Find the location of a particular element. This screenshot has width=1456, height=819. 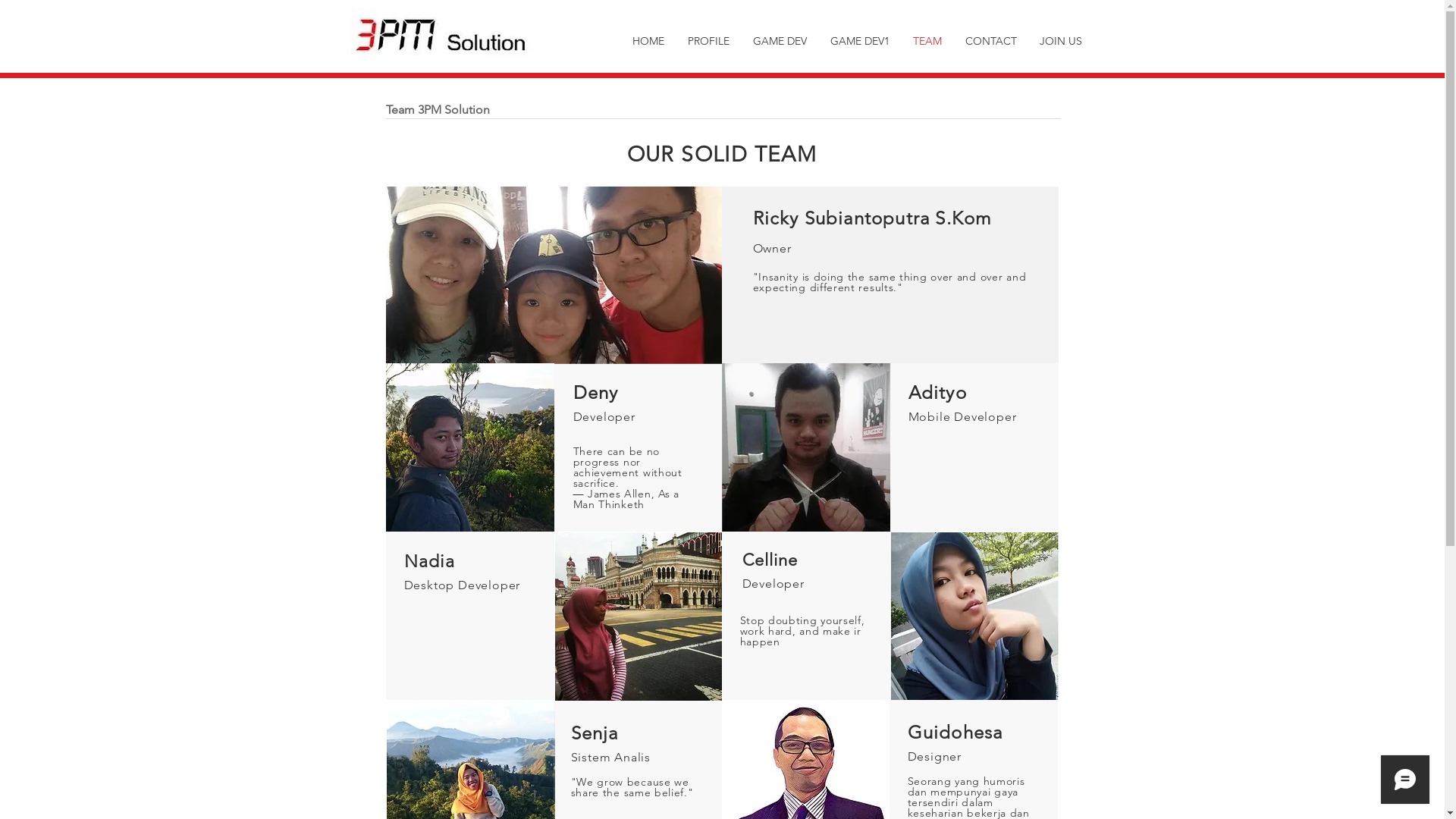

'TEAM' is located at coordinates (926, 40).